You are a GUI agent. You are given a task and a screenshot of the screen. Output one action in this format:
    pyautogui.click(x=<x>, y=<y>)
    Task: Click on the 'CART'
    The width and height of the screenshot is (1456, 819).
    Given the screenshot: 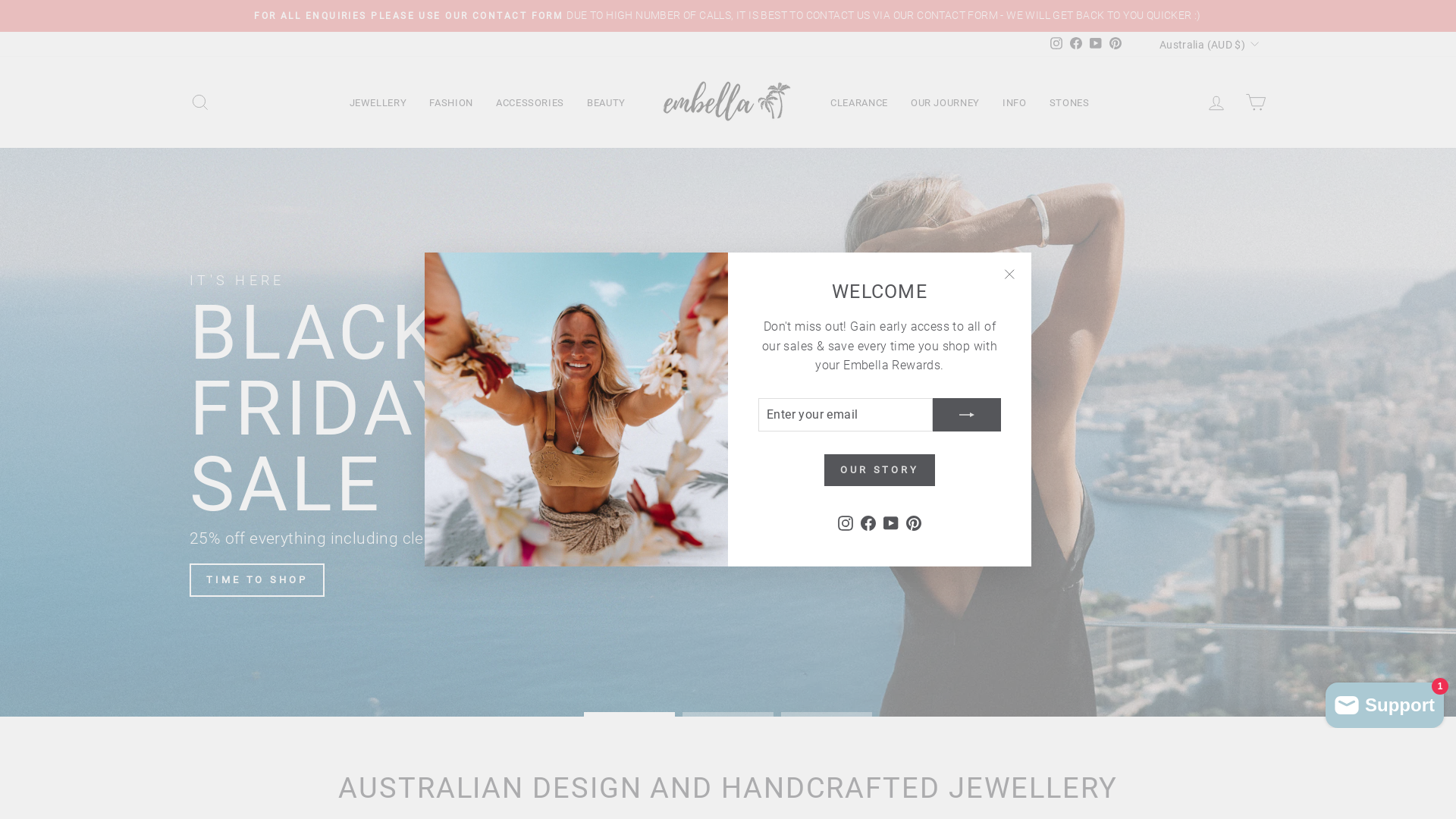 What is the action you would take?
    pyautogui.click(x=1256, y=102)
    